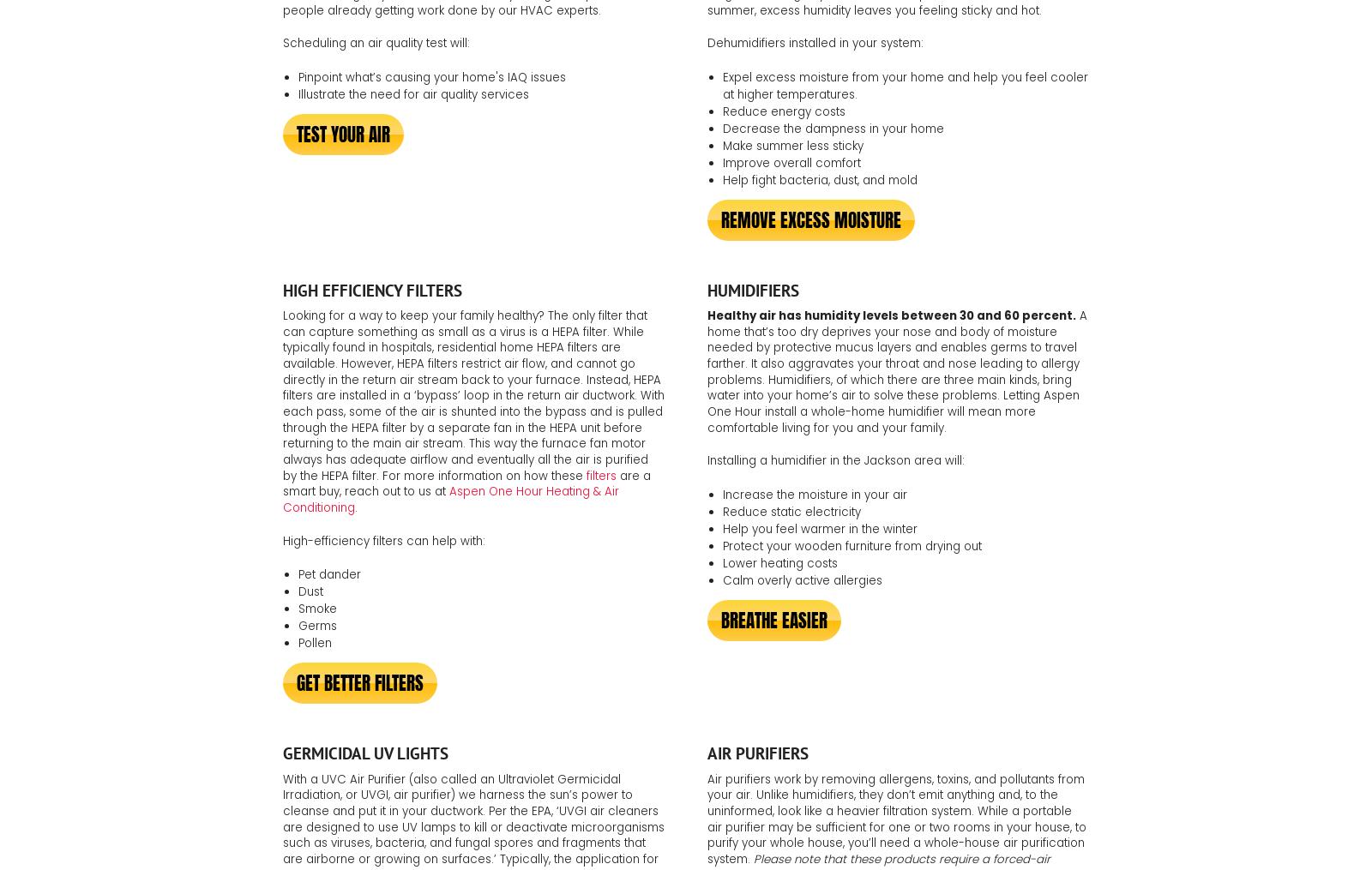 The image size is (1372, 870). I want to click on 'Reduce static electricity', so click(790, 511).